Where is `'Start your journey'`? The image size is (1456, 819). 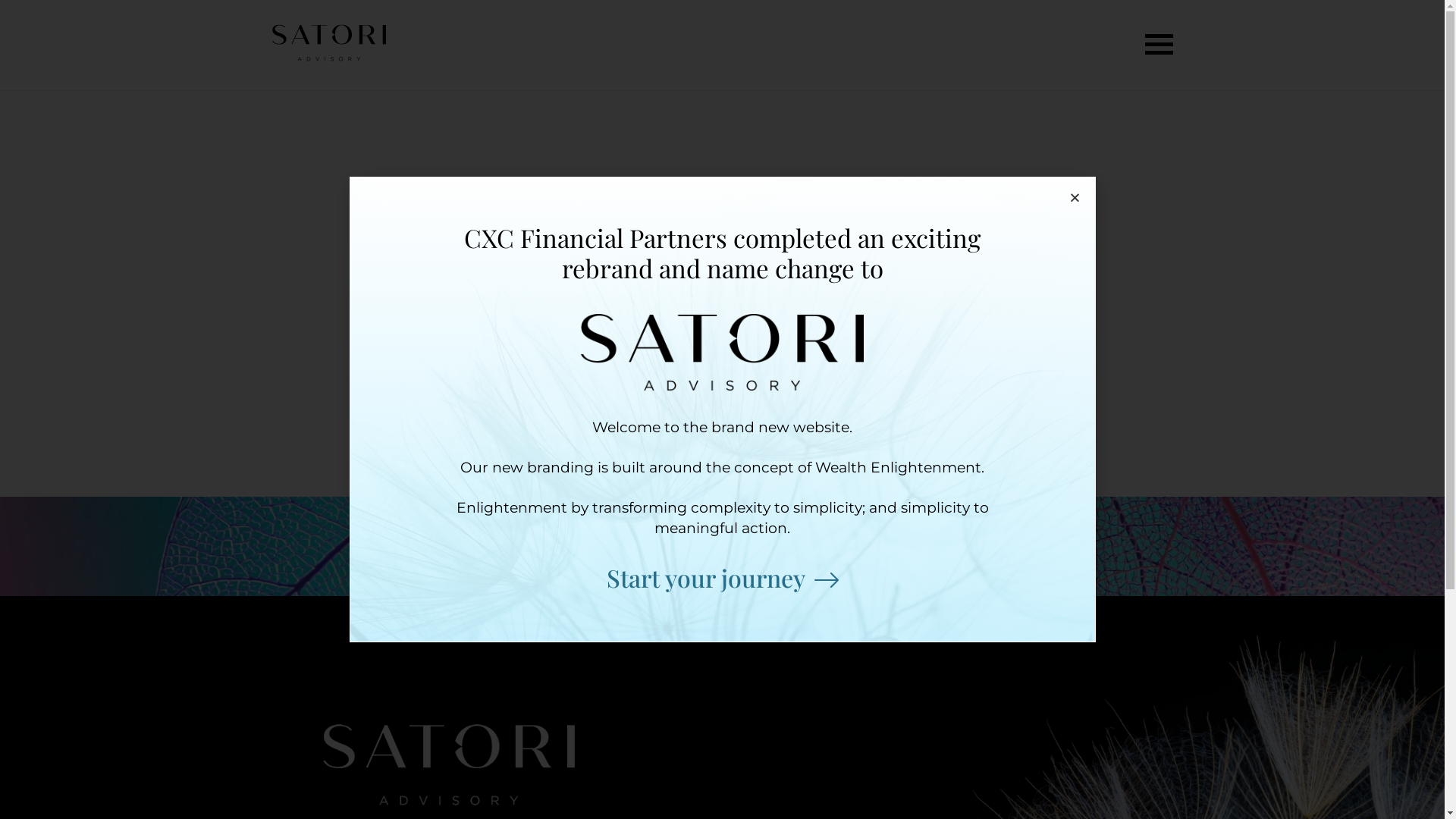 'Start your journey' is located at coordinates (722, 579).